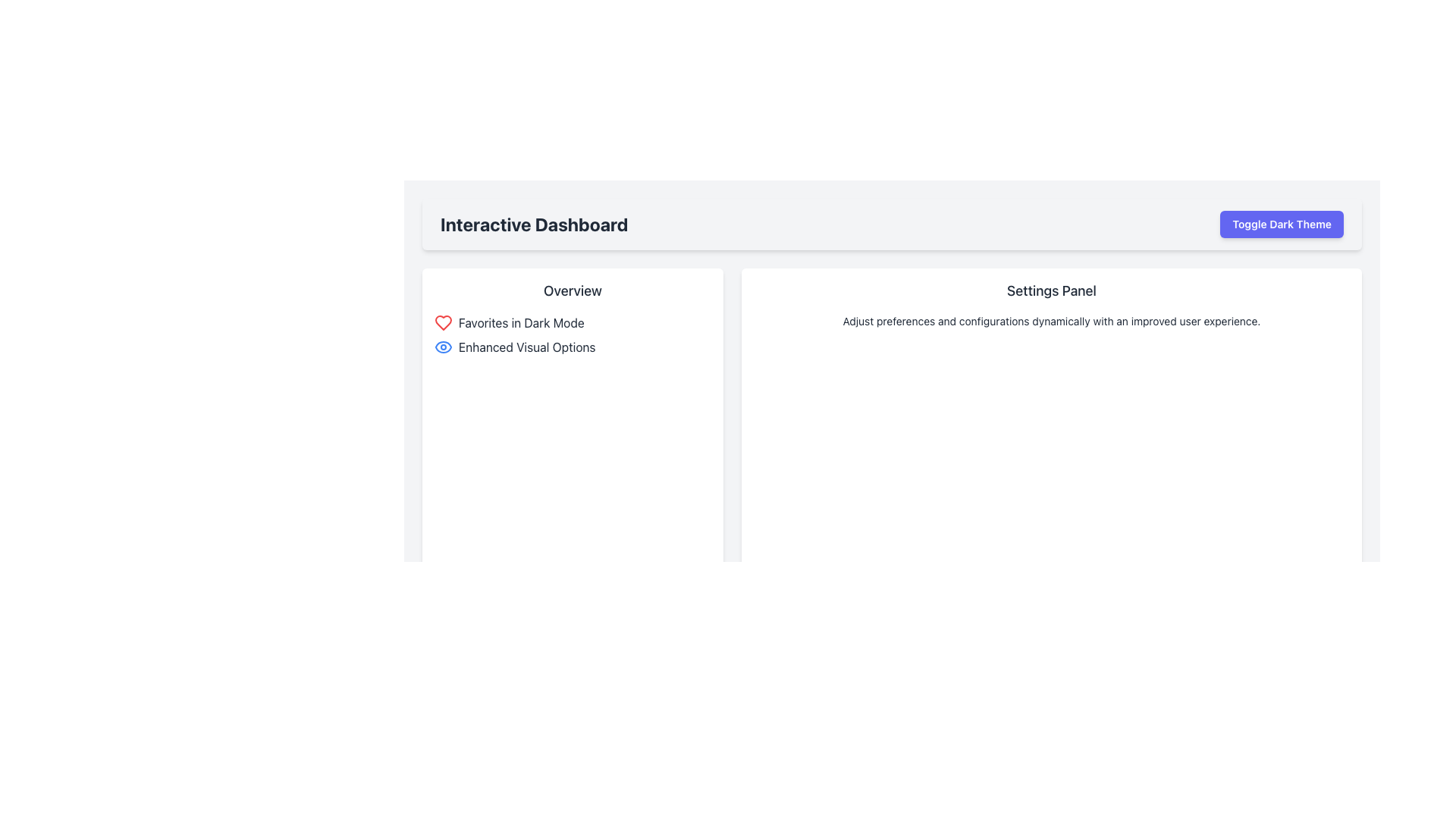 The width and height of the screenshot is (1456, 819). Describe the element at coordinates (1051, 321) in the screenshot. I see `the second line of text in the 'Settings Panel' that displays descriptive information regarding the settings and configurations available` at that location.